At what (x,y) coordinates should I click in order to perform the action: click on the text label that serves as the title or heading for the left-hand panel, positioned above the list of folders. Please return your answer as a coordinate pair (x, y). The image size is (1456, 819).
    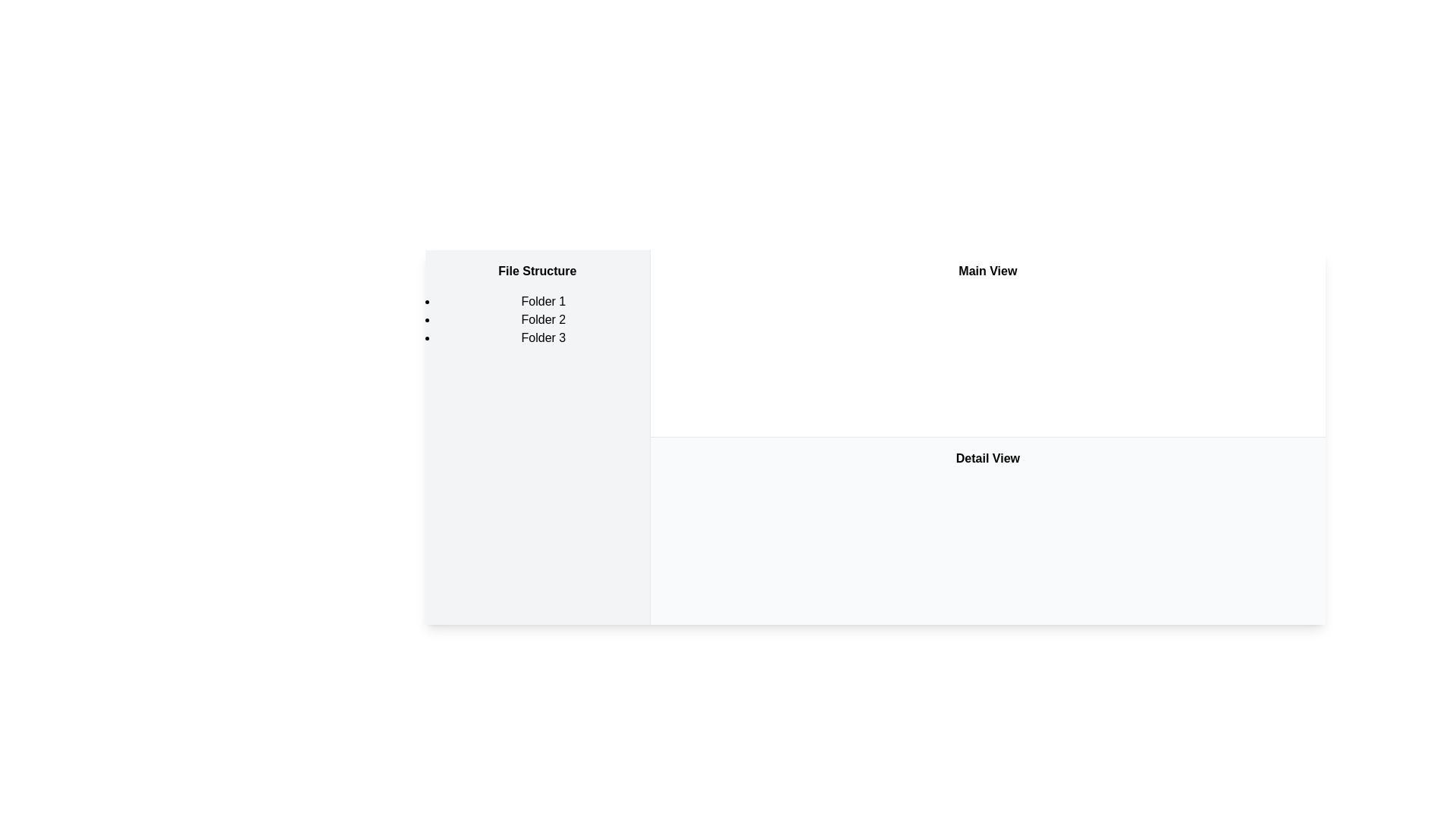
    Looking at the image, I should click on (537, 271).